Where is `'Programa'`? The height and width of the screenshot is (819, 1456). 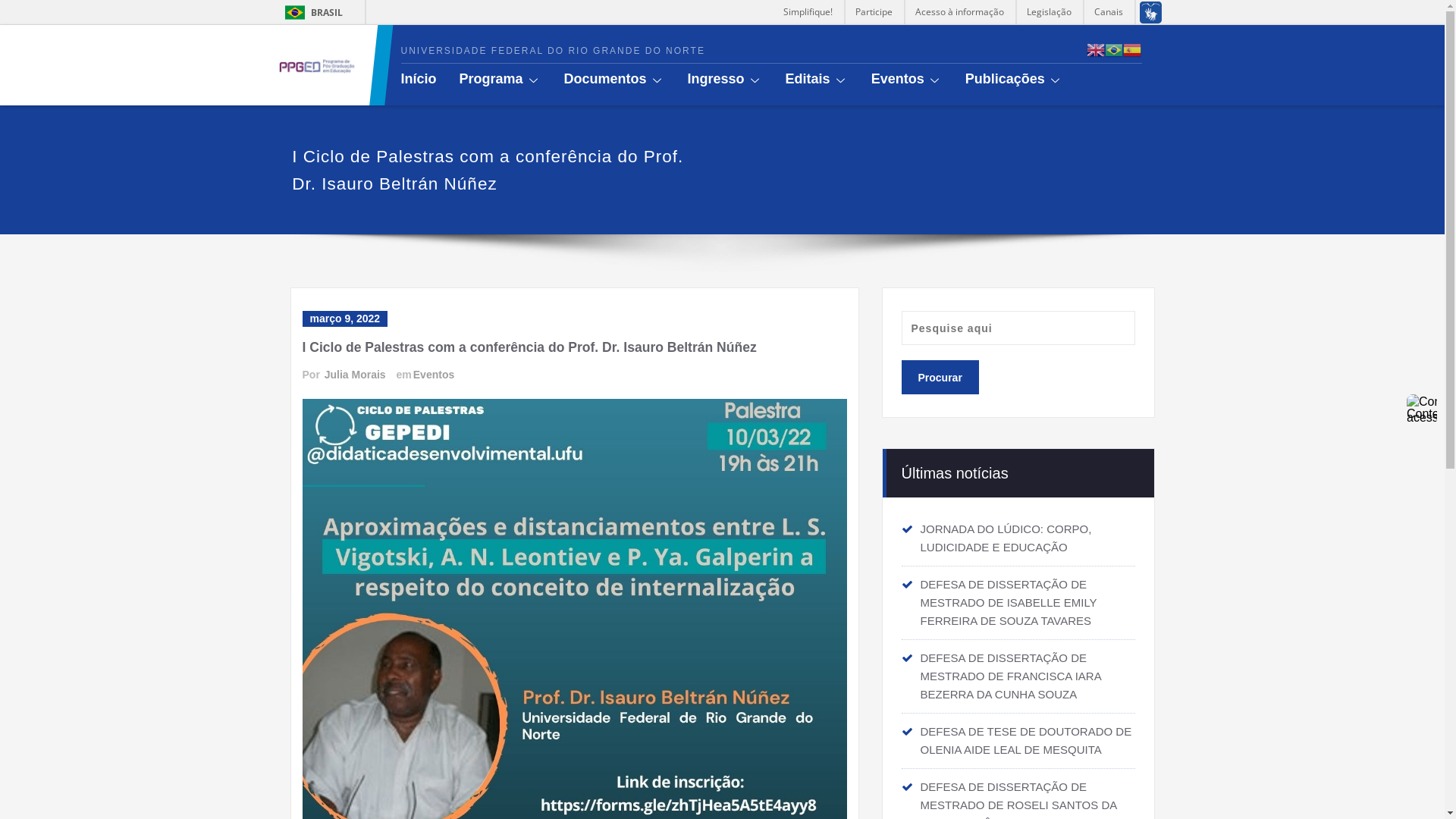
'Programa' is located at coordinates (512, 79).